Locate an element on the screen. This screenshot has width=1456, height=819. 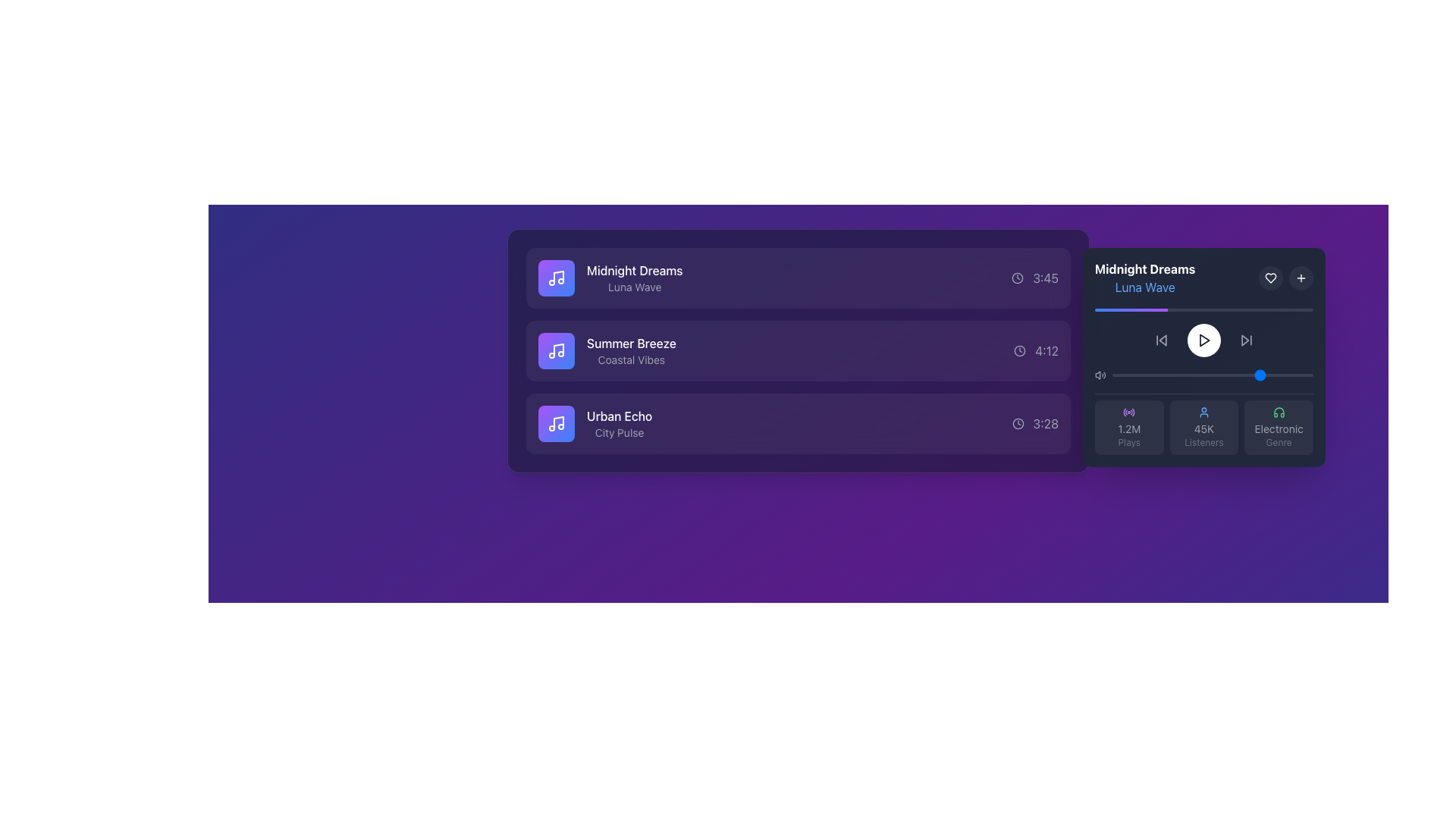
the text label indicating the duration of the track 'Midnight Dreams', which is located in the third column next to the headline 'Midnight Dreams' and the subtitle 'Luna Wave' is located at coordinates (1034, 278).